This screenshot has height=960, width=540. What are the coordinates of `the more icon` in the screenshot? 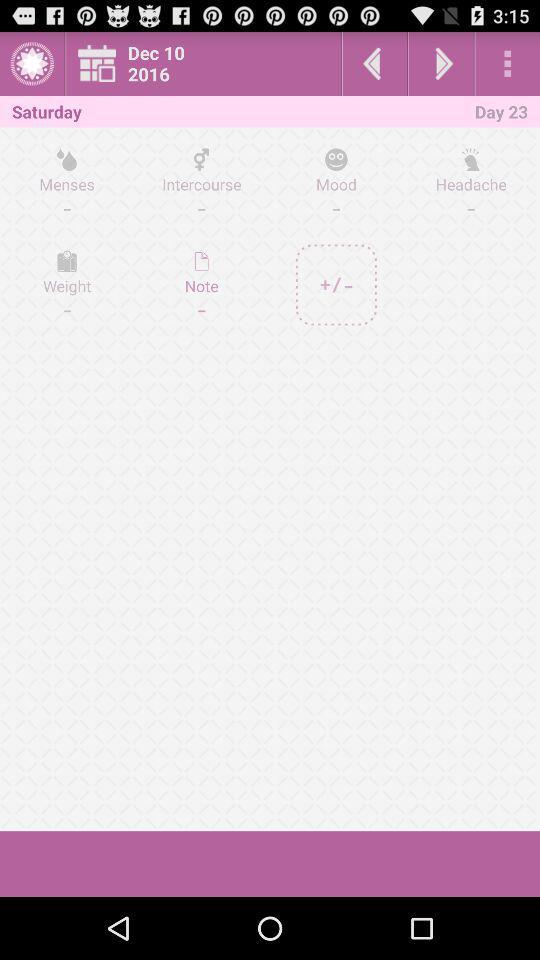 It's located at (507, 68).